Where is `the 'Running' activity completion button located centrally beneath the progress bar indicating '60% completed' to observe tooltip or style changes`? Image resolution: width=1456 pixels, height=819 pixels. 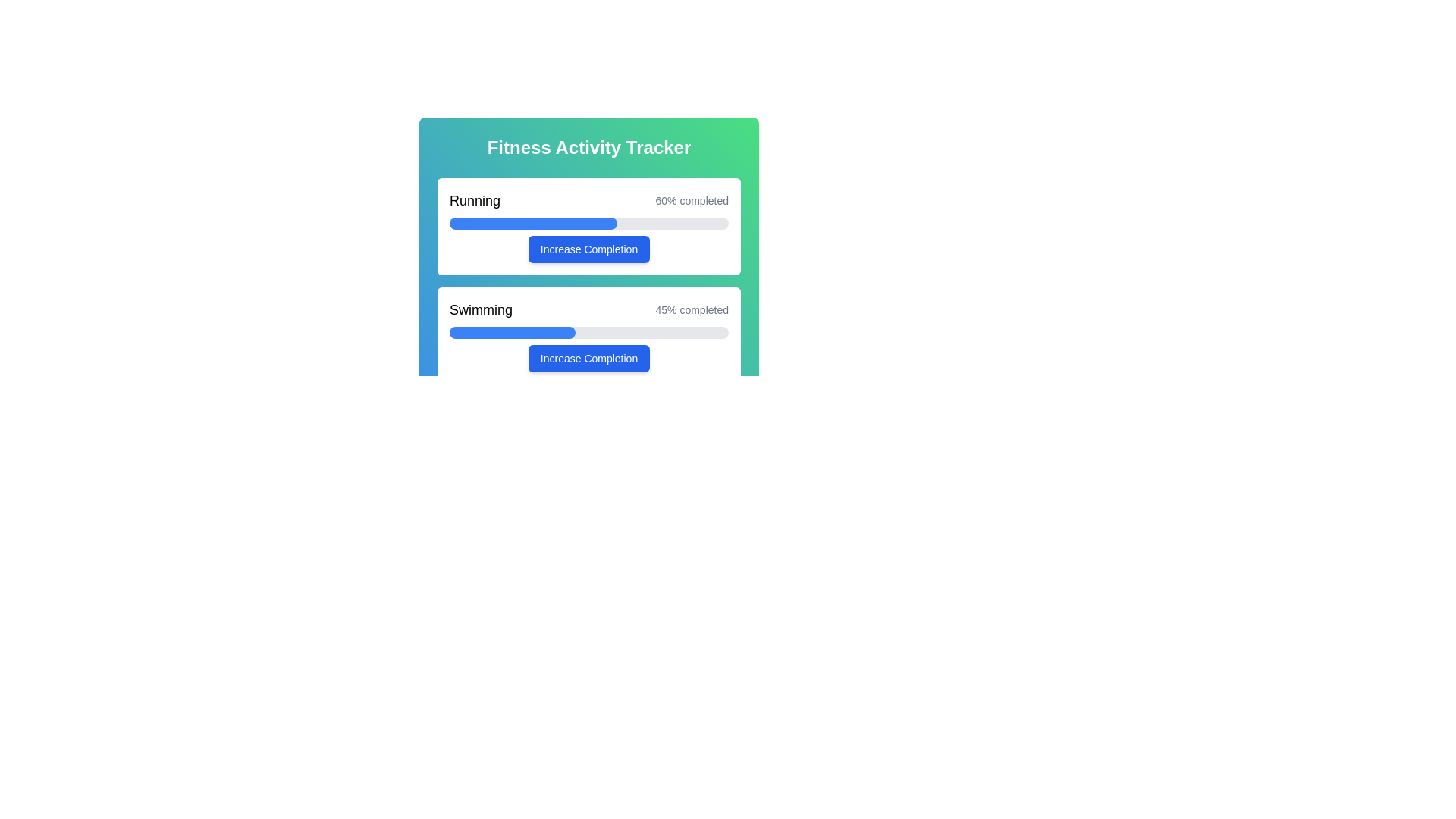
the 'Running' activity completion button located centrally beneath the progress bar indicating '60% completed' to observe tooltip or style changes is located at coordinates (588, 248).